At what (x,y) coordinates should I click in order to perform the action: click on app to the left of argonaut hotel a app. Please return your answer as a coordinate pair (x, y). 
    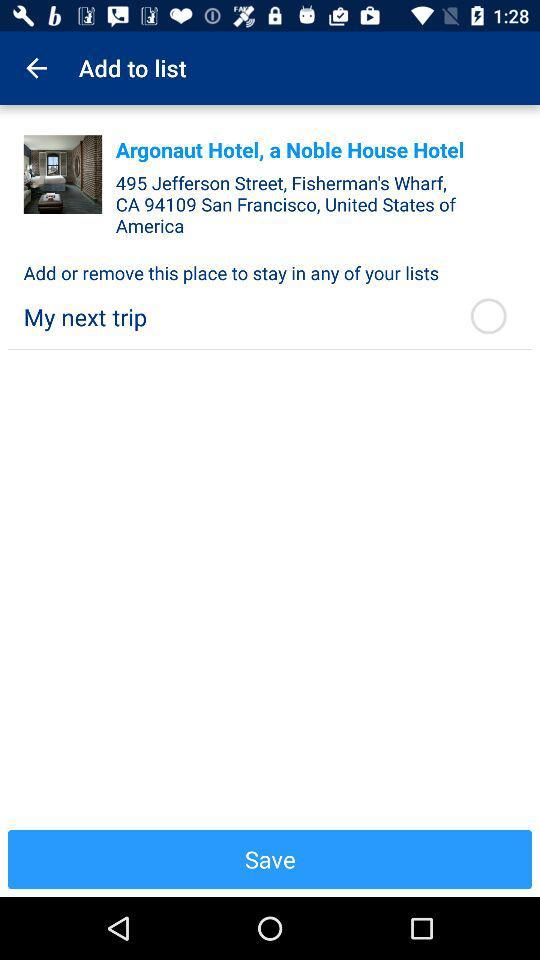
    Looking at the image, I should click on (63, 173).